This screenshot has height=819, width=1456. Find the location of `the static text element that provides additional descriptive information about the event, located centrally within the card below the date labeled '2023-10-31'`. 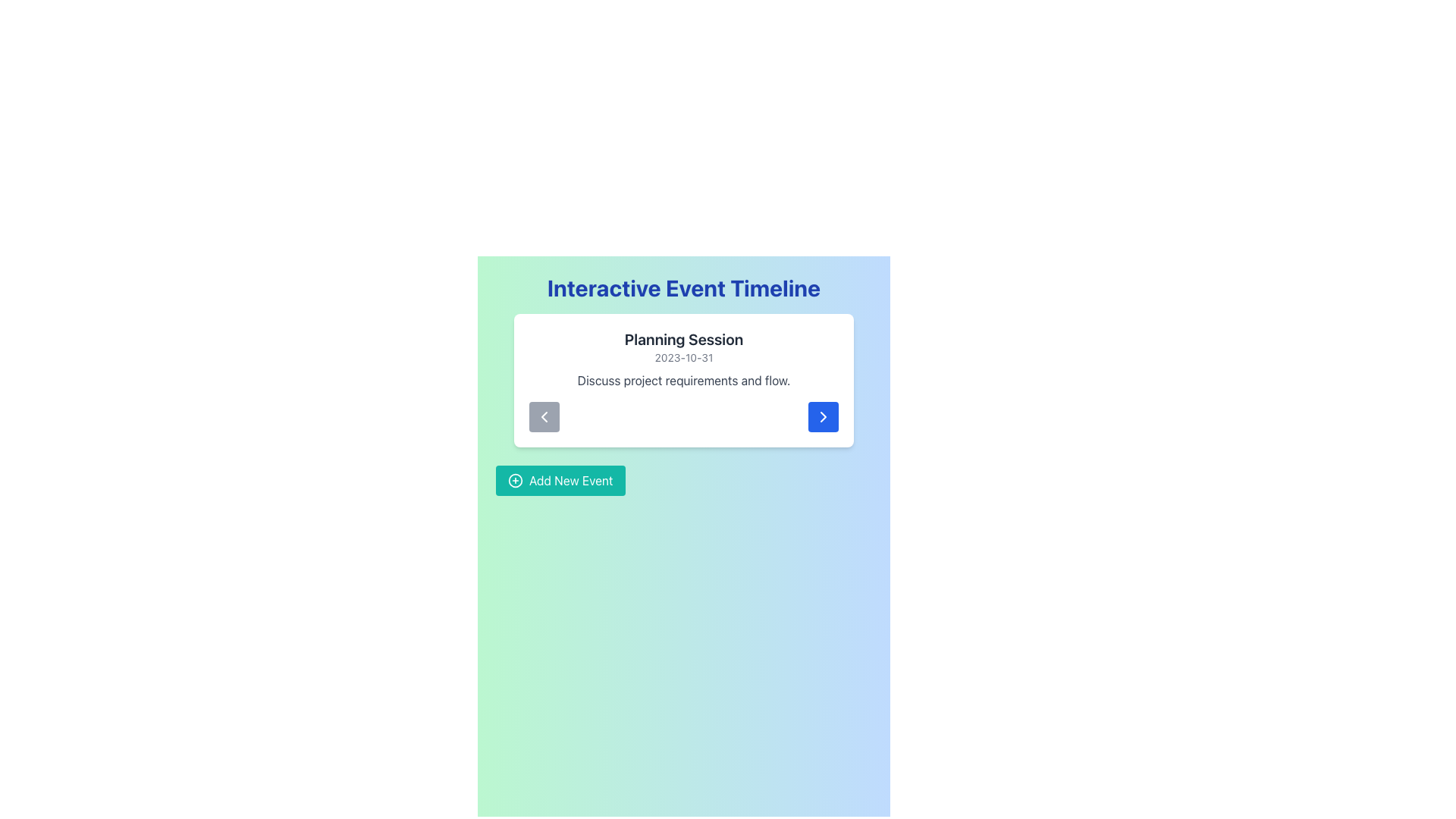

the static text element that provides additional descriptive information about the event, located centrally within the card below the date labeled '2023-10-31' is located at coordinates (683, 379).